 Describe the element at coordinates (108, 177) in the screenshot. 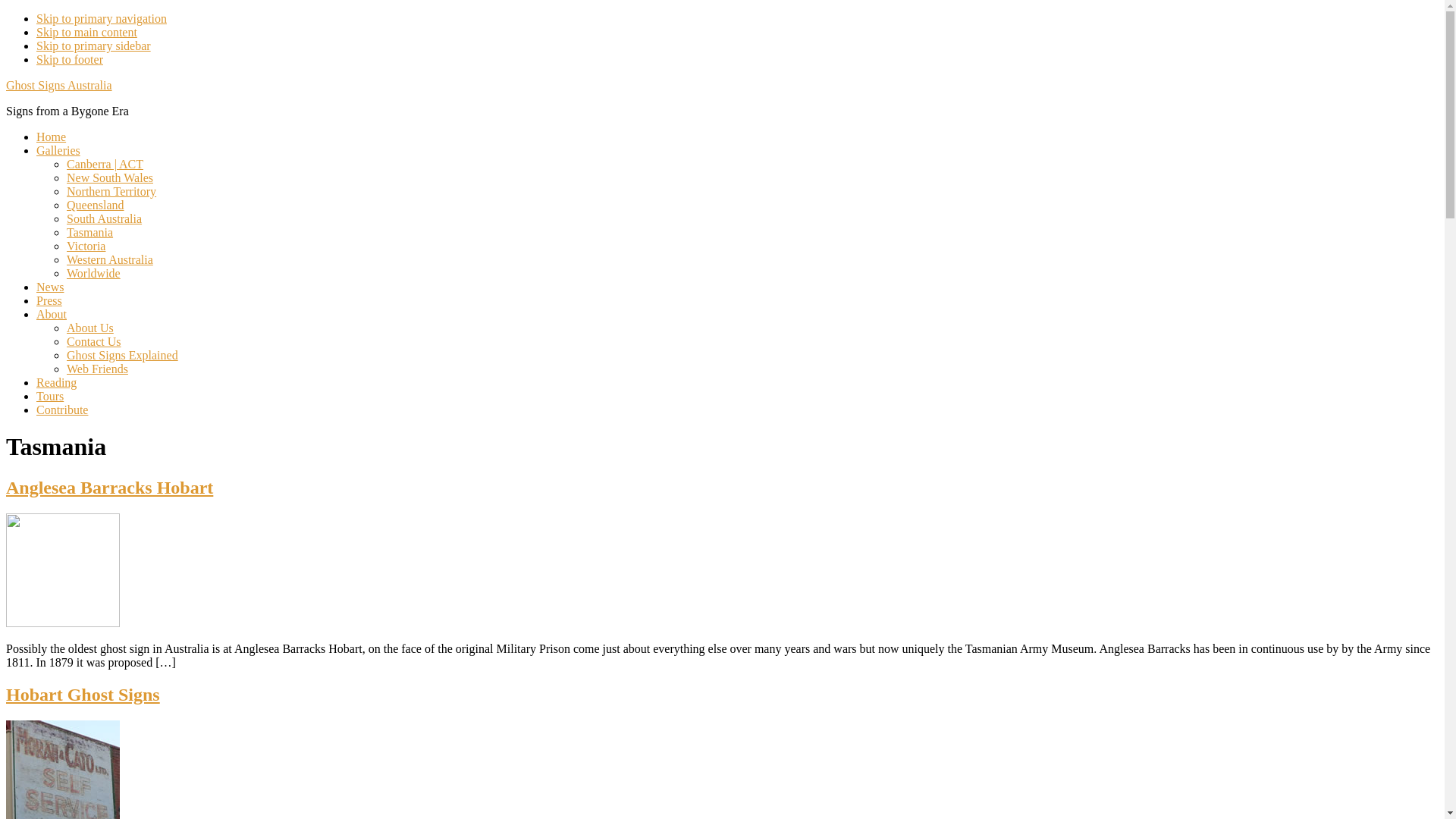

I see `'New South Wales'` at that location.